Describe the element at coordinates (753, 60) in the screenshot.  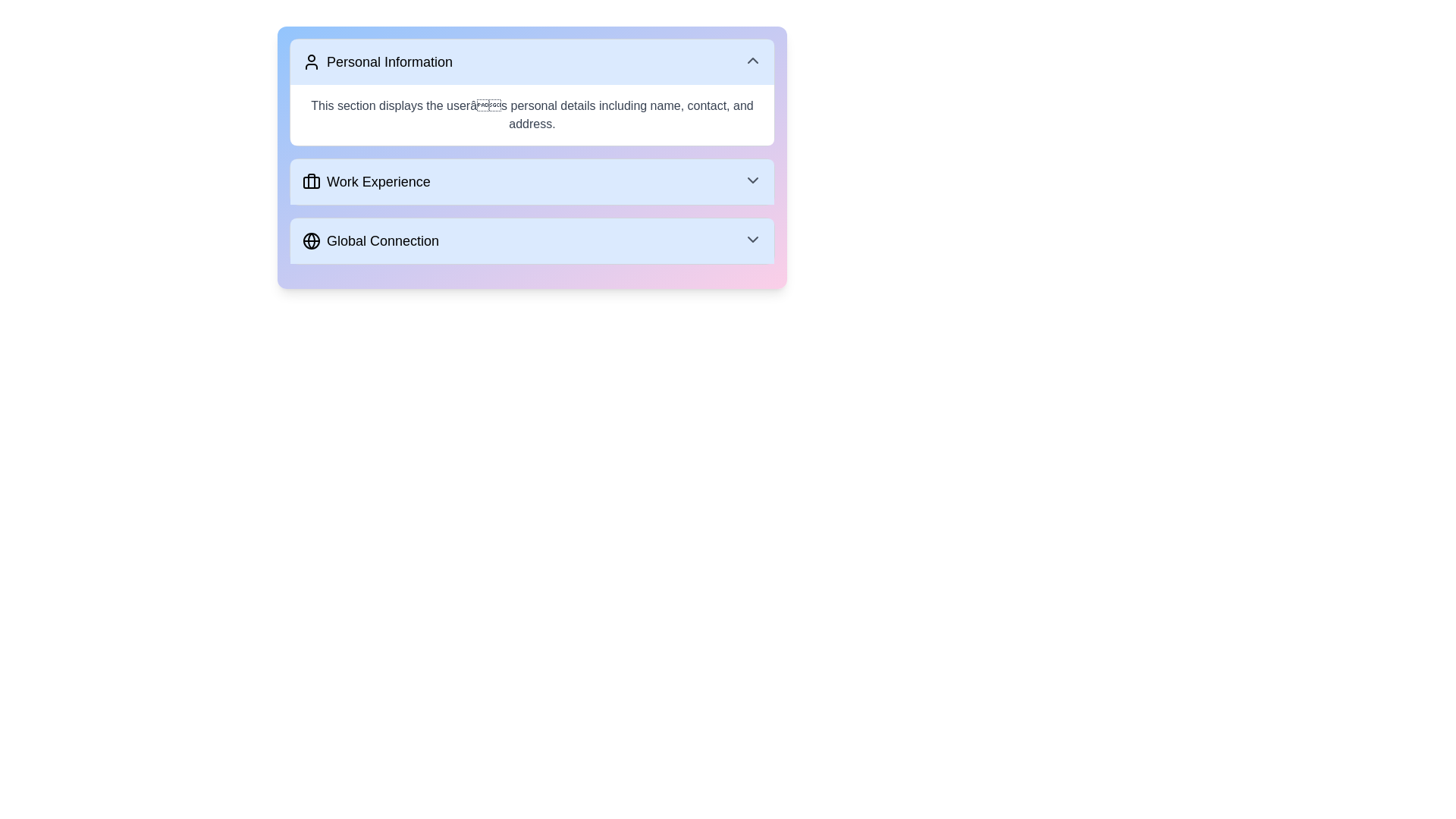
I see `the chevron-up icon located at the far right of the 'Personal Information' header` at that location.